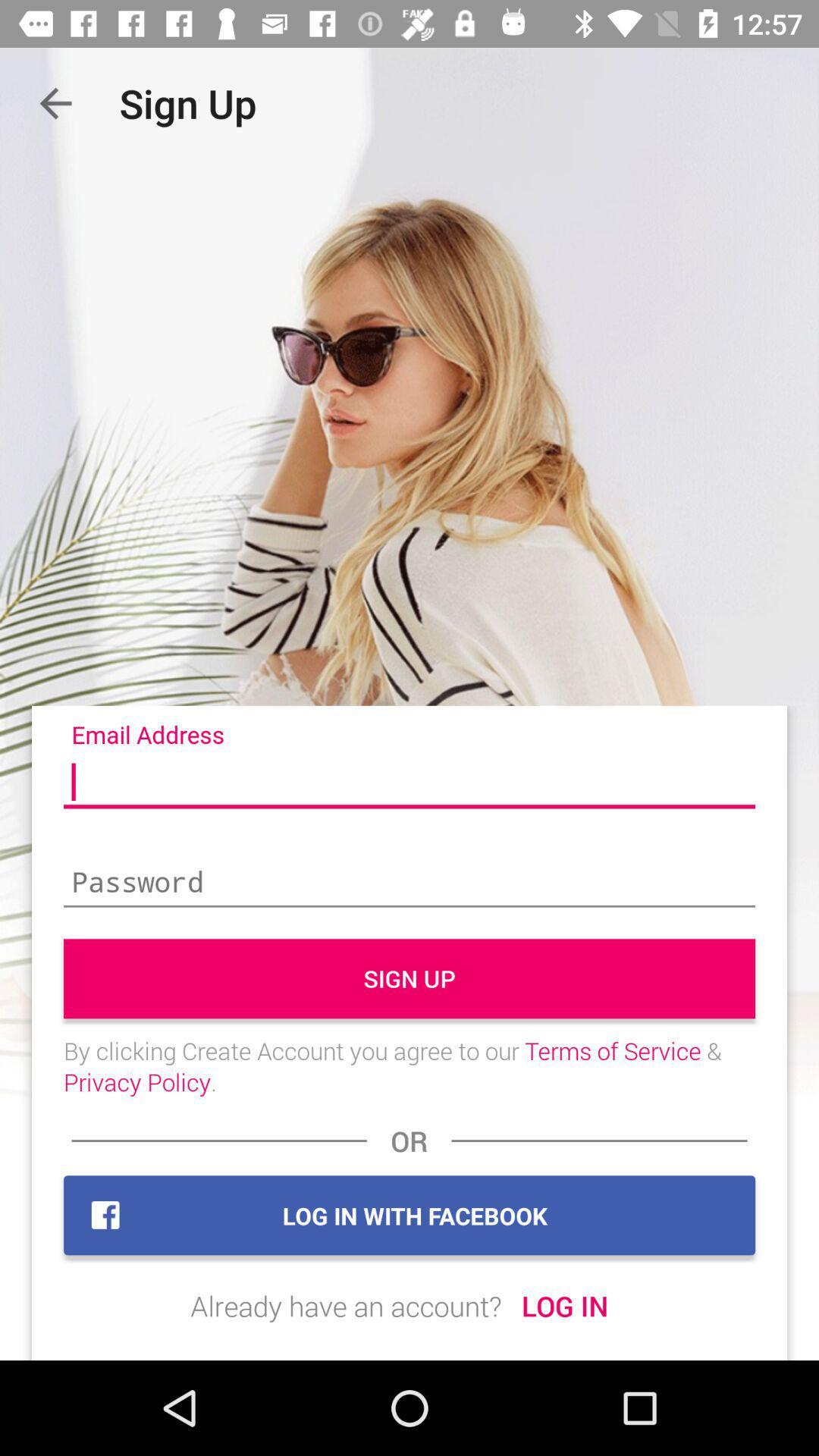 The height and width of the screenshot is (1456, 819). I want to click on the already have an, so click(346, 1305).